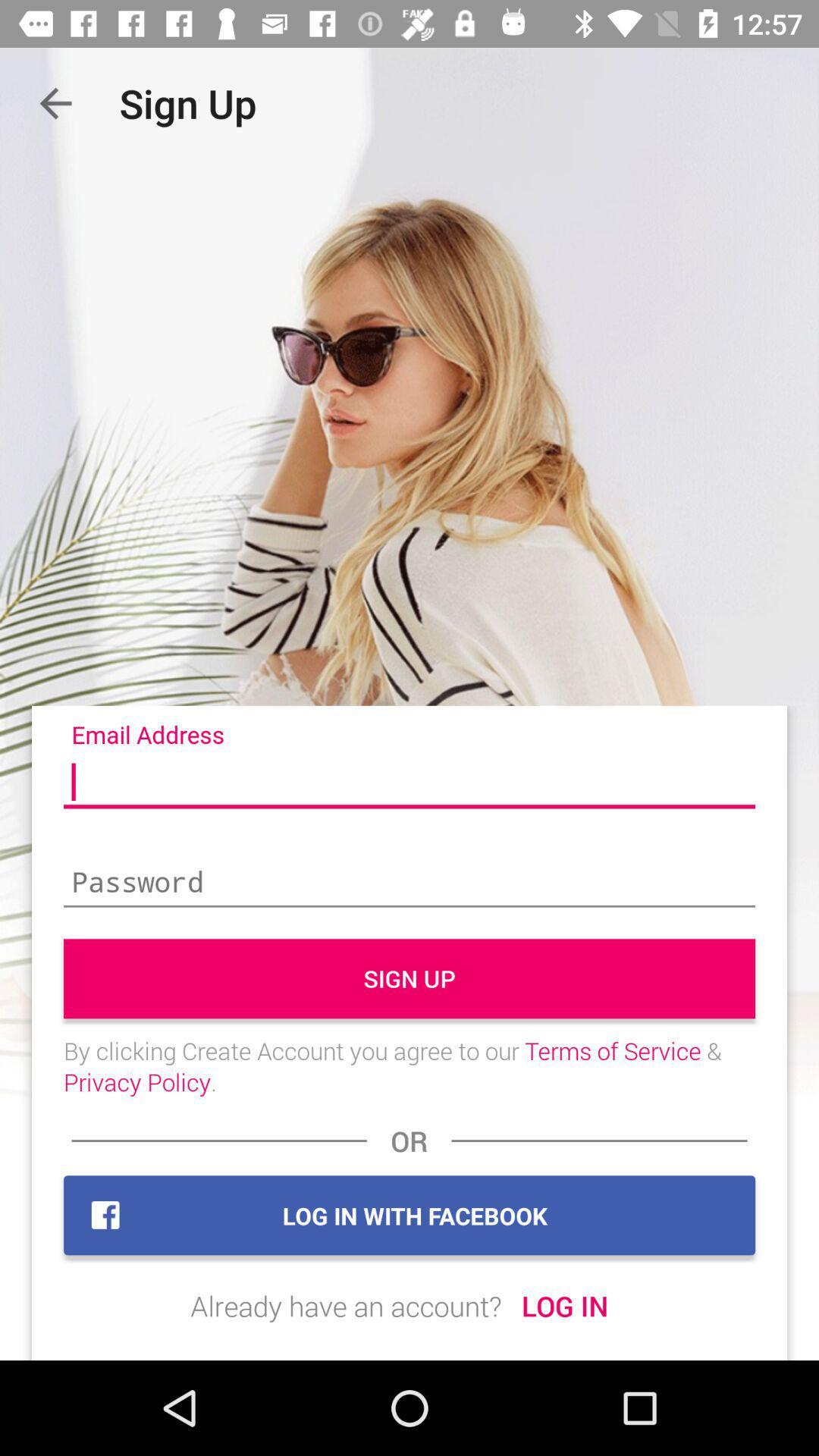 The height and width of the screenshot is (1456, 819). I want to click on the already have an, so click(346, 1305).